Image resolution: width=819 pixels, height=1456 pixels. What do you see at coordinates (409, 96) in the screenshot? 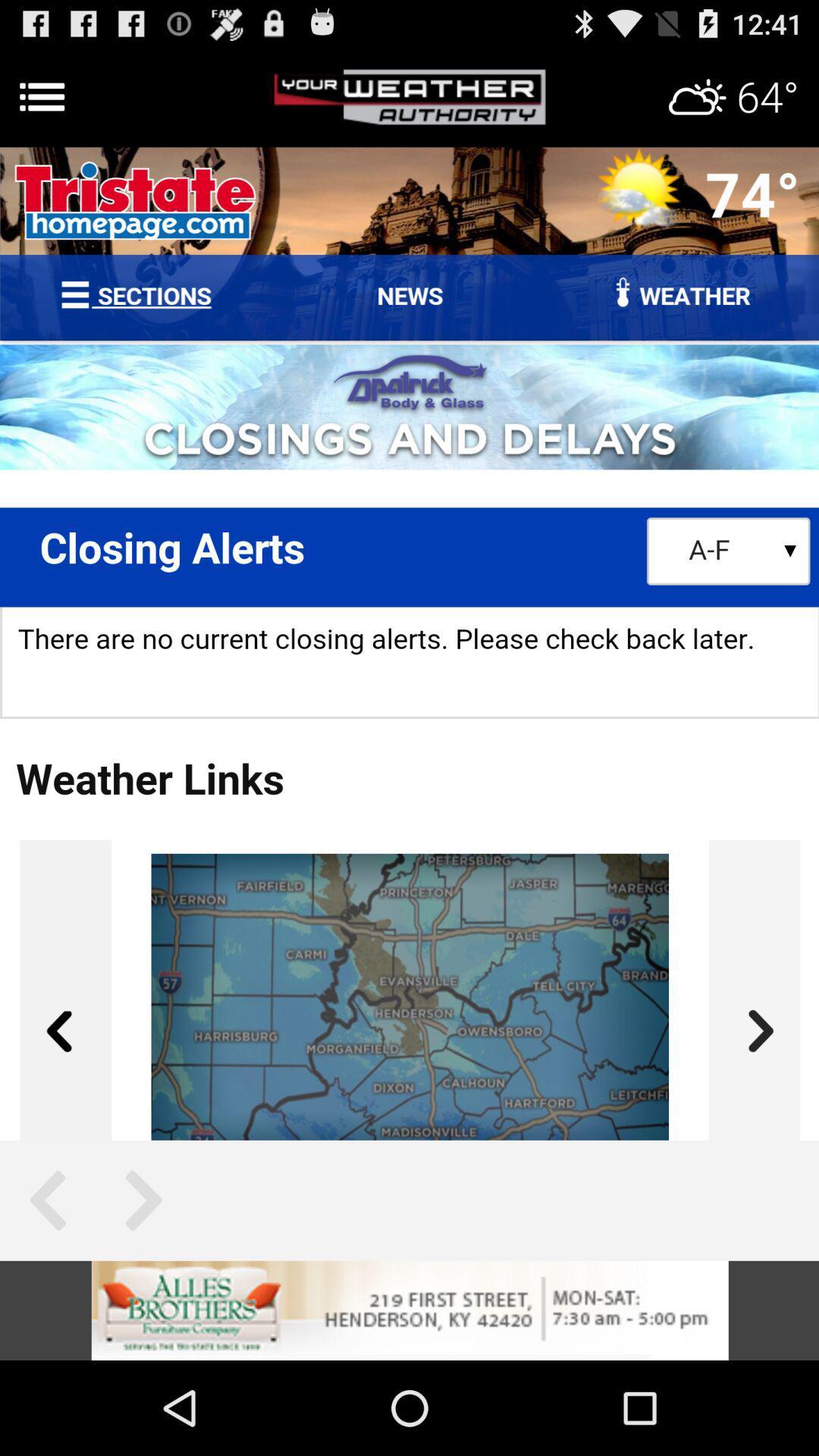
I see `menu bar` at bounding box center [409, 96].